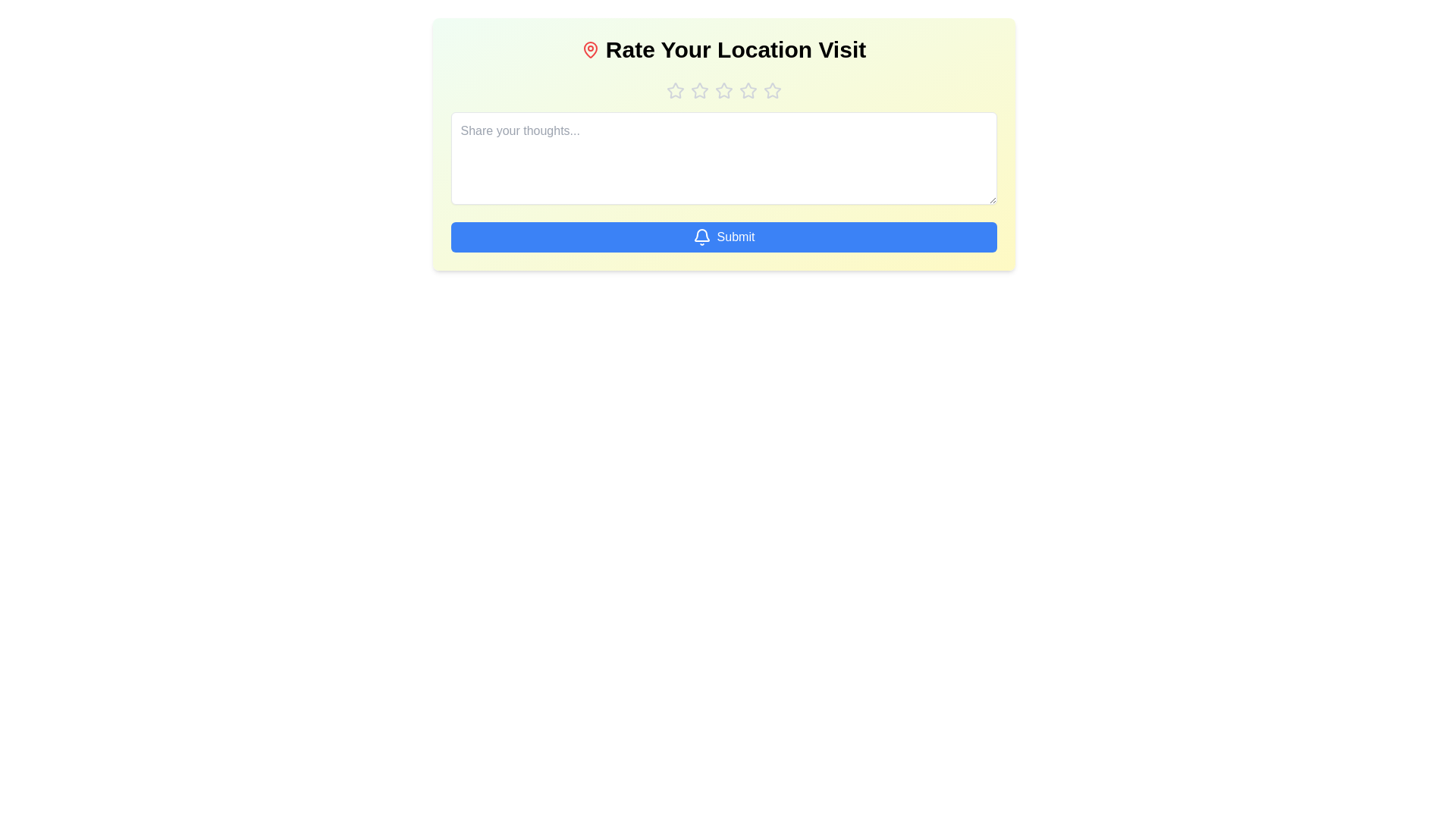 The image size is (1456, 819). Describe the element at coordinates (772, 90) in the screenshot. I see `the star corresponding to 5 to preview the rating effect` at that location.